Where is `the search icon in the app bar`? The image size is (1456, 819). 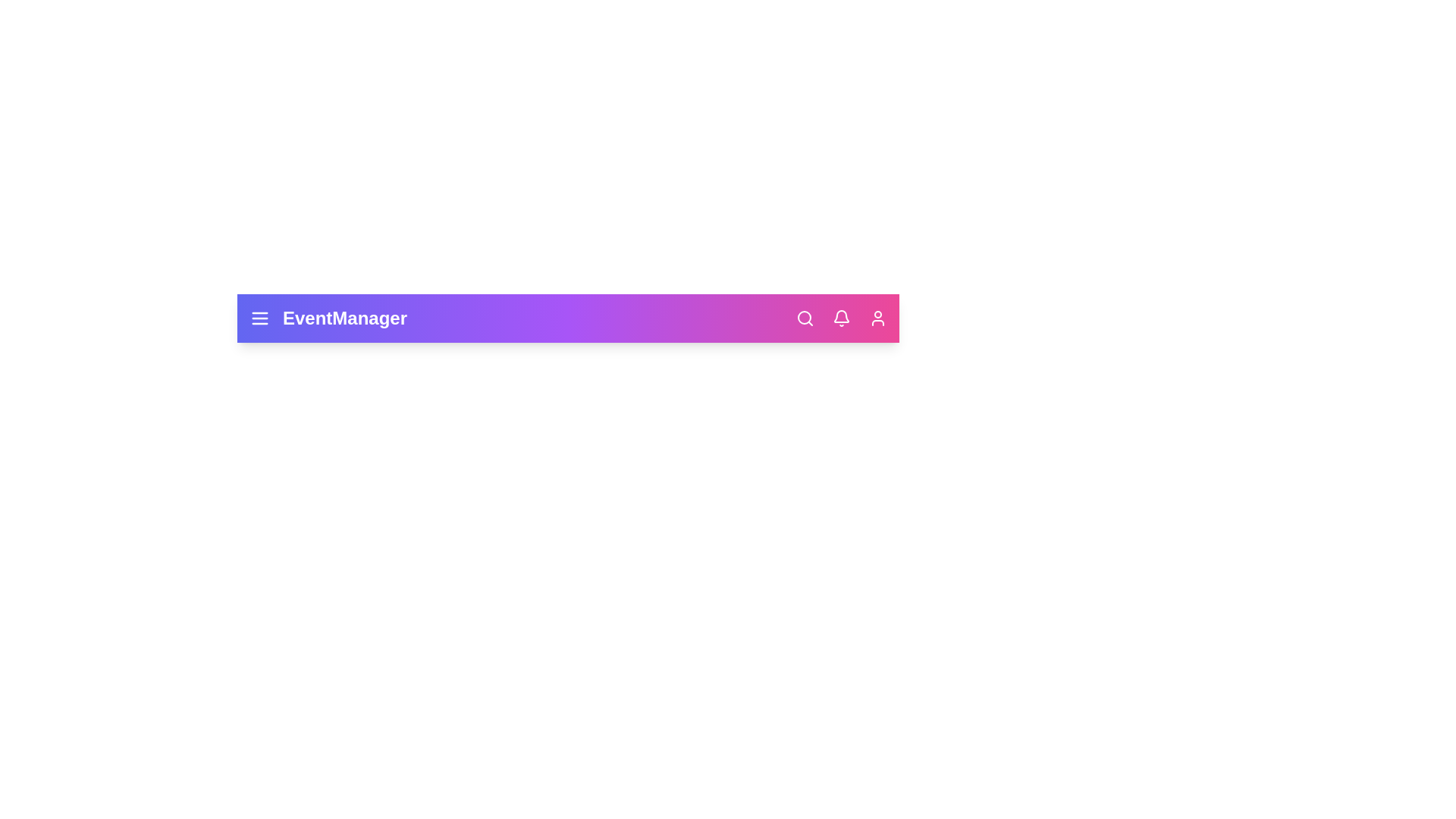
the search icon in the app bar is located at coordinates (804, 318).